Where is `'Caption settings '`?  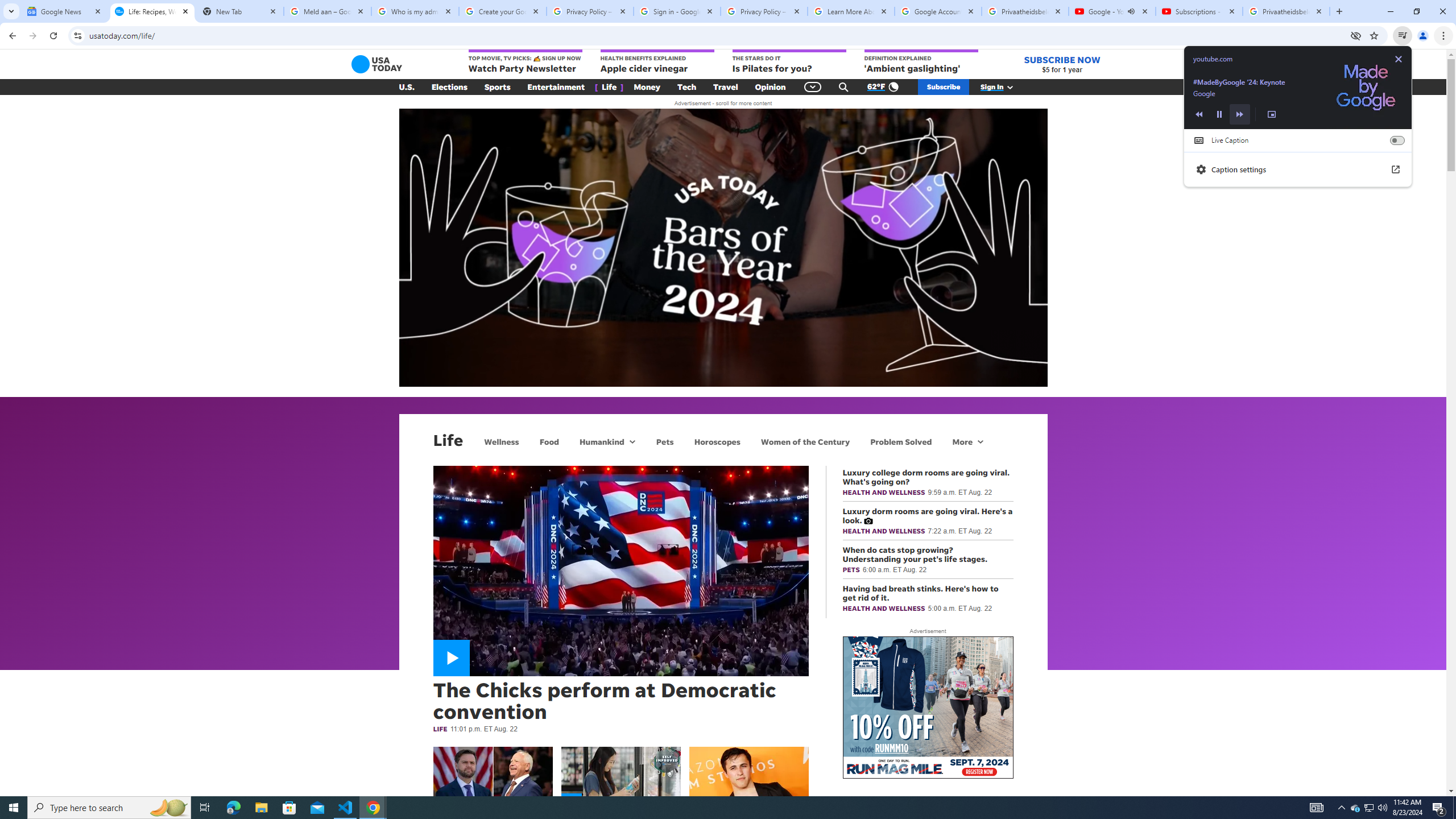 'Caption settings ' is located at coordinates (1298, 169).